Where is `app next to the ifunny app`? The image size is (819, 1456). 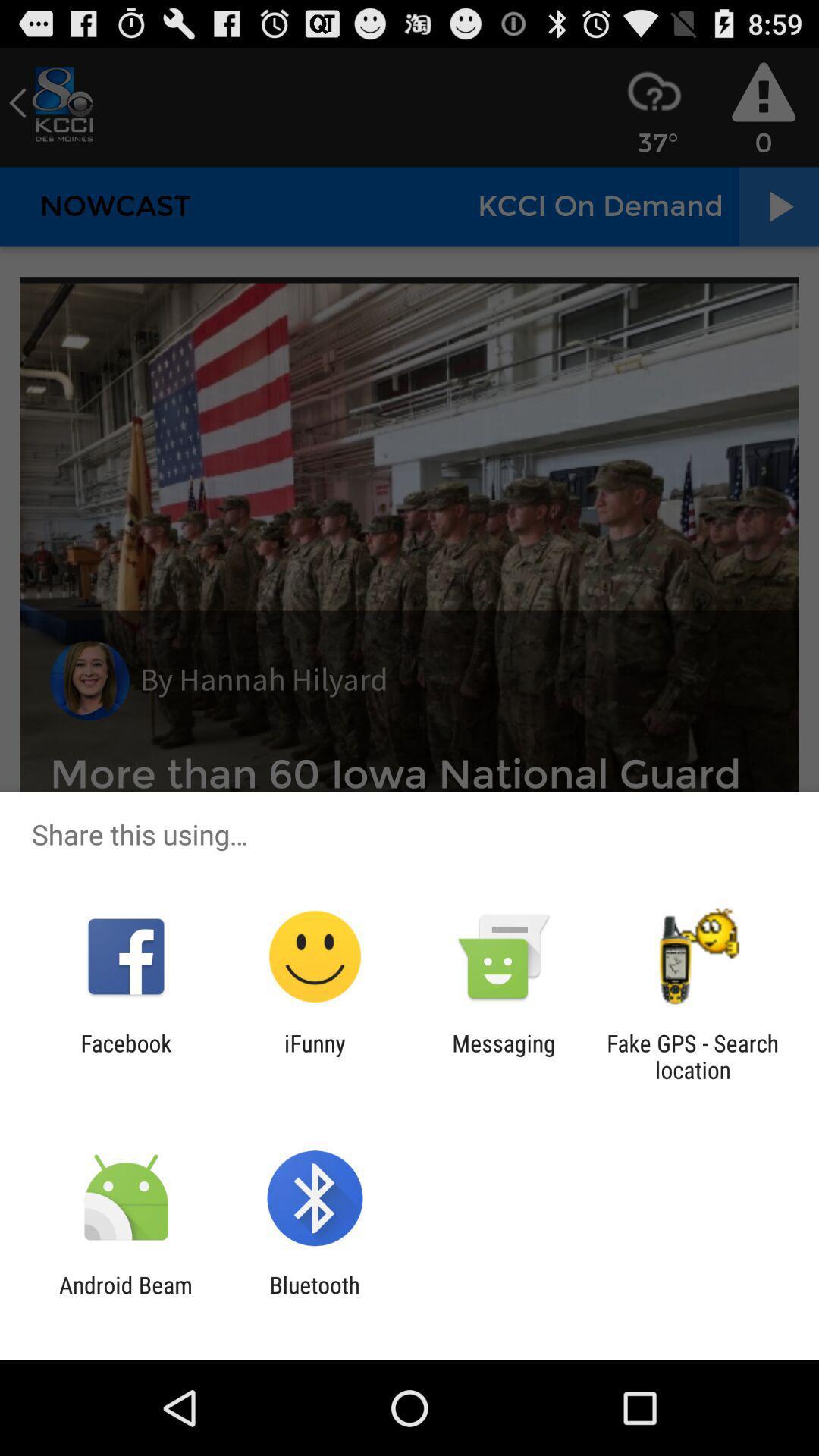
app next to the ifunny app is located at coordinates (504, 1056).